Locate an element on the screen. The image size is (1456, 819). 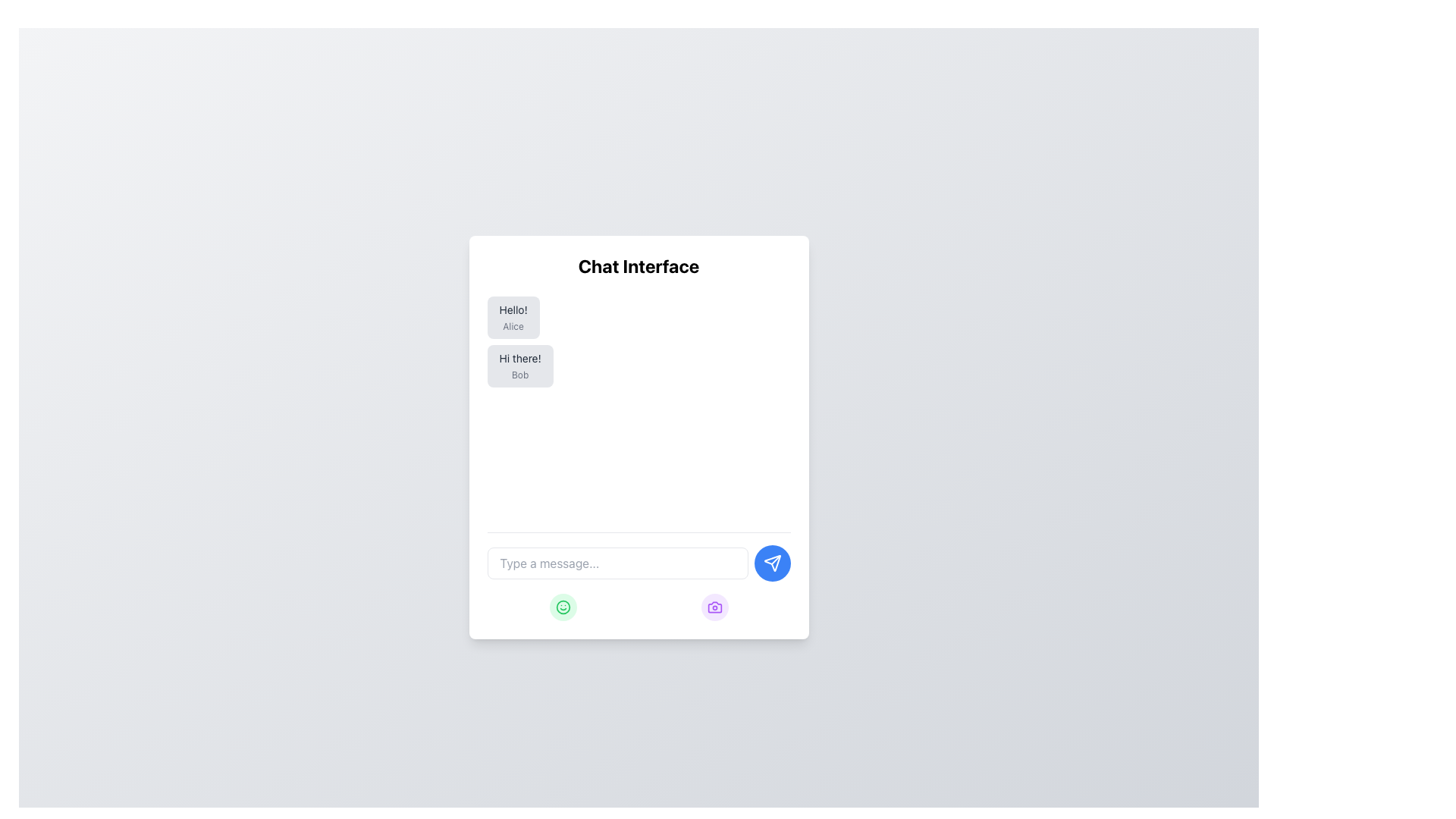
the Text Label displaying the name of the sender in the chat interface, located at the bottom of the chat bubble under the greeting text 'Hello!' is located at coordinates (513, 326).